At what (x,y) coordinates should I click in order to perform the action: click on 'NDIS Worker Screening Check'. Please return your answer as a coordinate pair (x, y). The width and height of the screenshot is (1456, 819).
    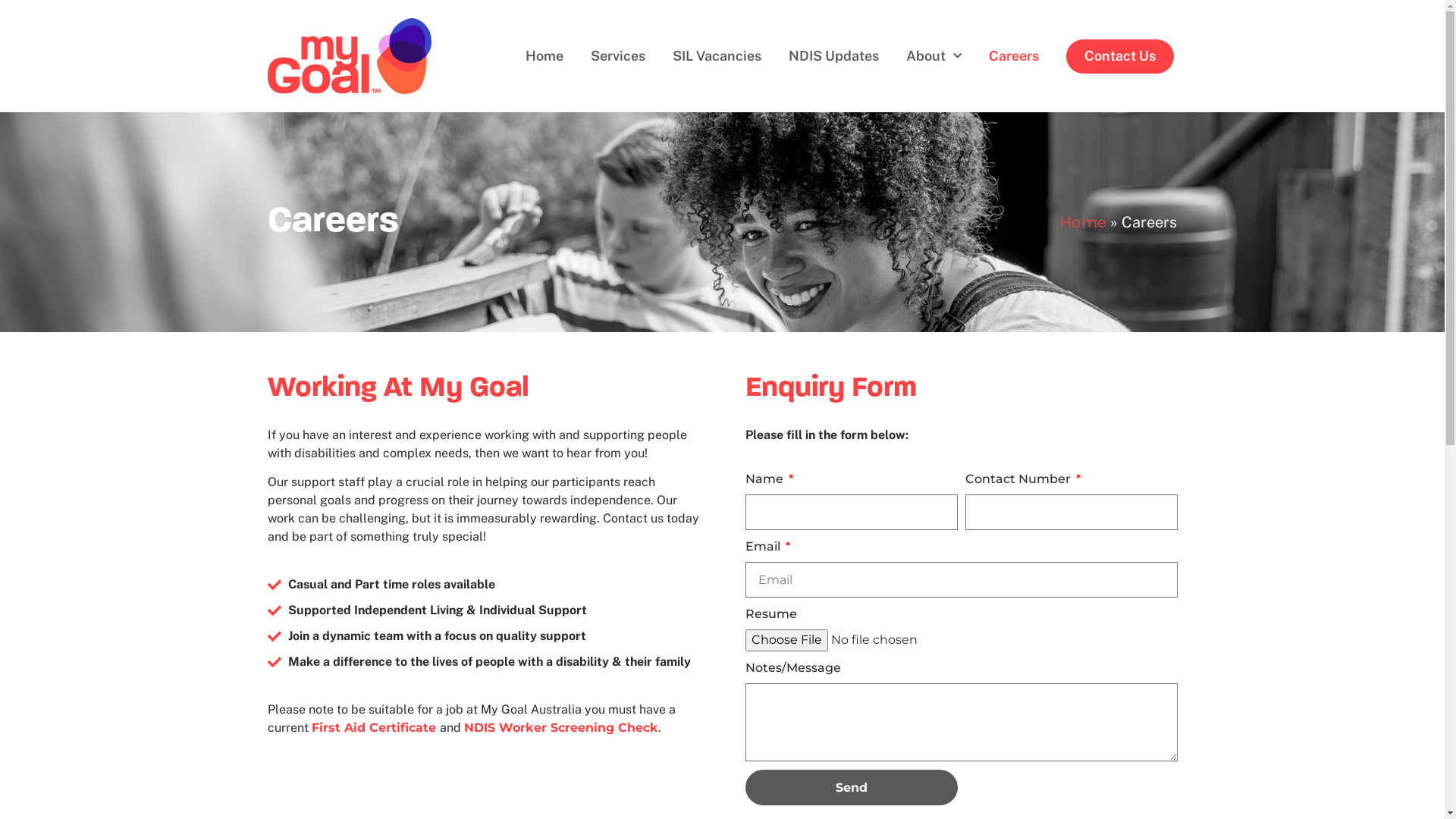
    Looking at the image, I should click on (463, 726).